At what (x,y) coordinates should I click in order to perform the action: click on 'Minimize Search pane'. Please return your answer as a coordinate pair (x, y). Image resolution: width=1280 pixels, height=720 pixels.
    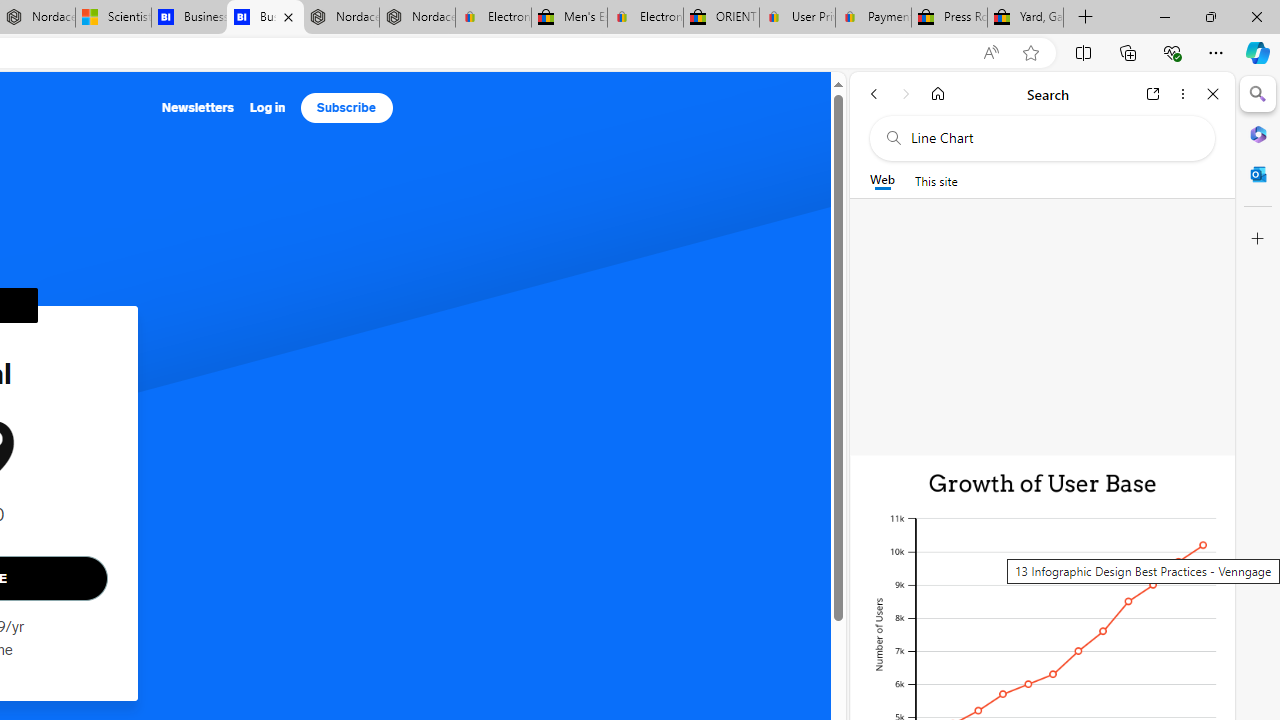
    Looking at the image, I should click on (1257, 94).